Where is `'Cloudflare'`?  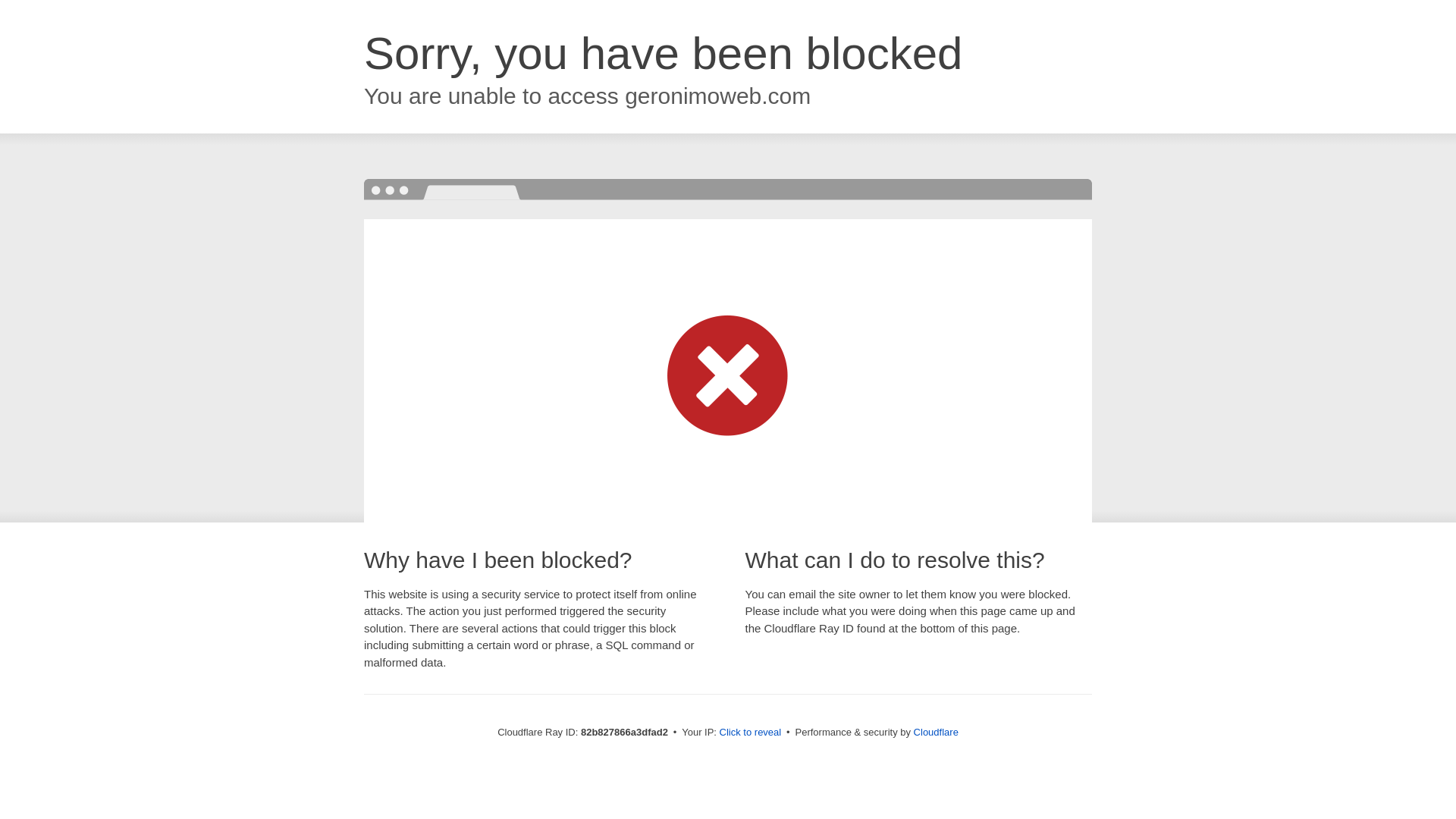
'Cloudflare' is located at coordinates (935, 731).